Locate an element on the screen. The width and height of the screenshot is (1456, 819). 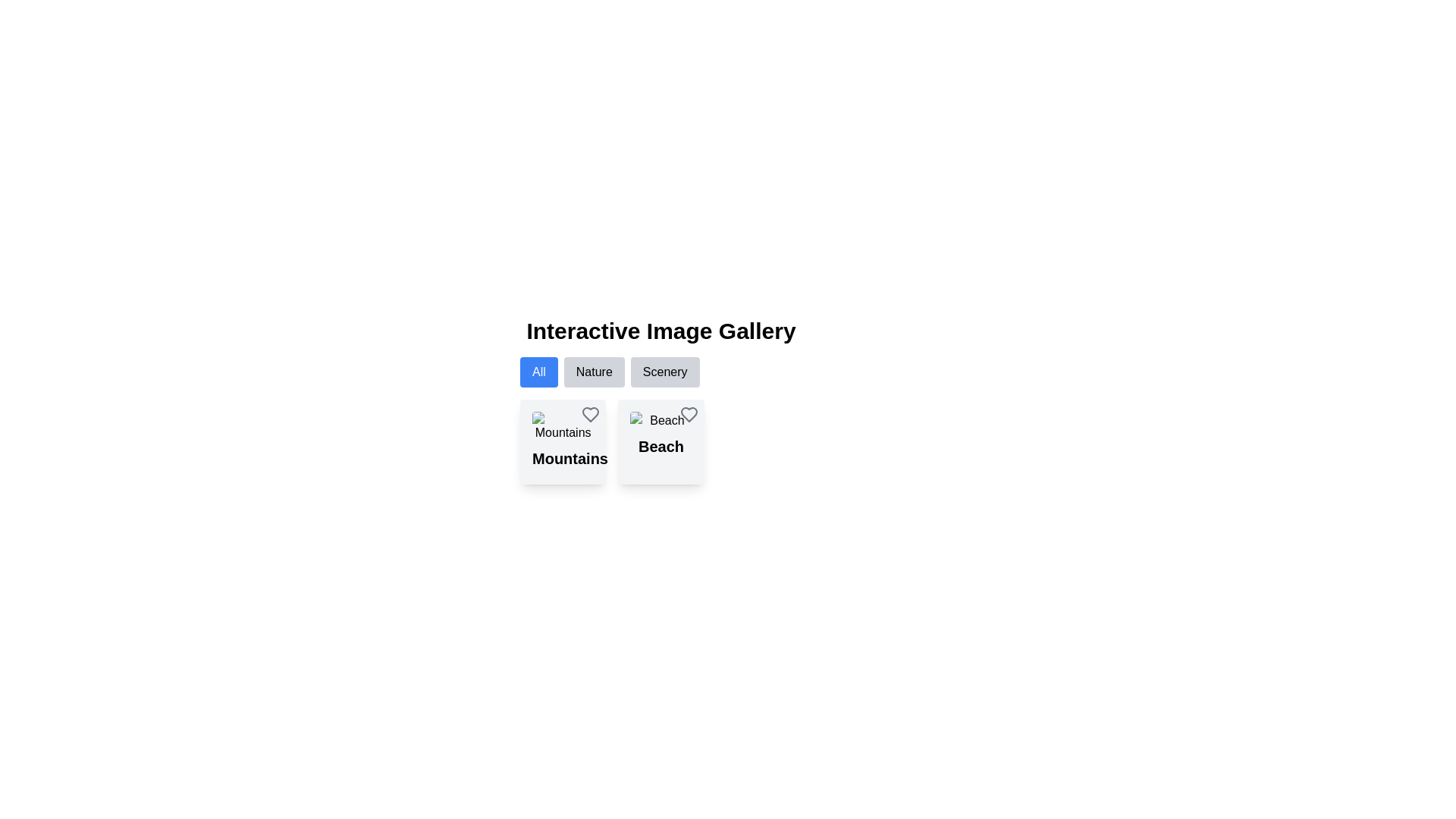
the heart-shaped icon button located is located at coordinates (688, 415).